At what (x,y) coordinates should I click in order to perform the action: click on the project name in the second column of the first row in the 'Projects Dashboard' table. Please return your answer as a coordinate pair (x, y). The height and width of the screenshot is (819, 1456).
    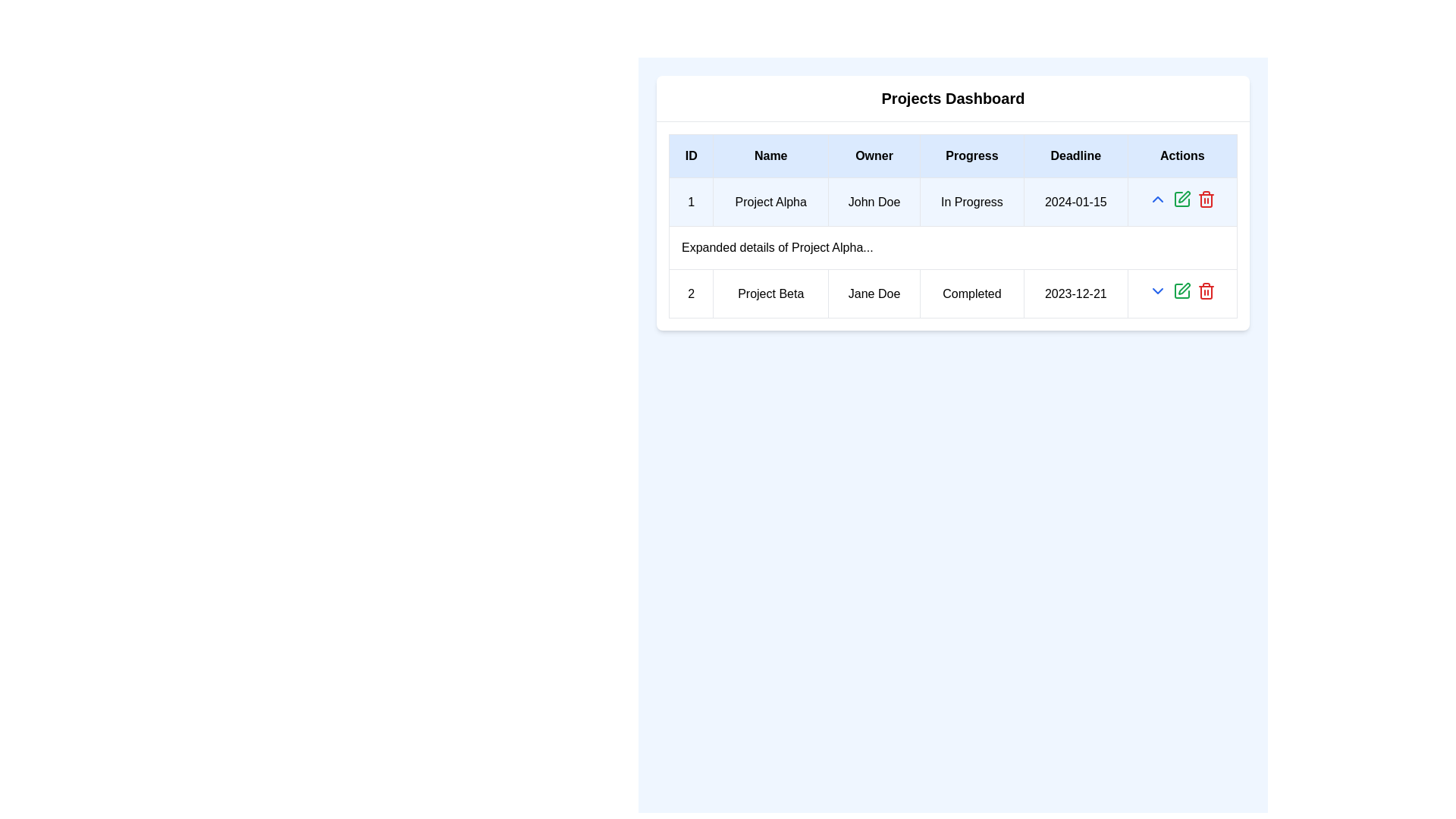
    Looking at the image, I should click on (770, 201).